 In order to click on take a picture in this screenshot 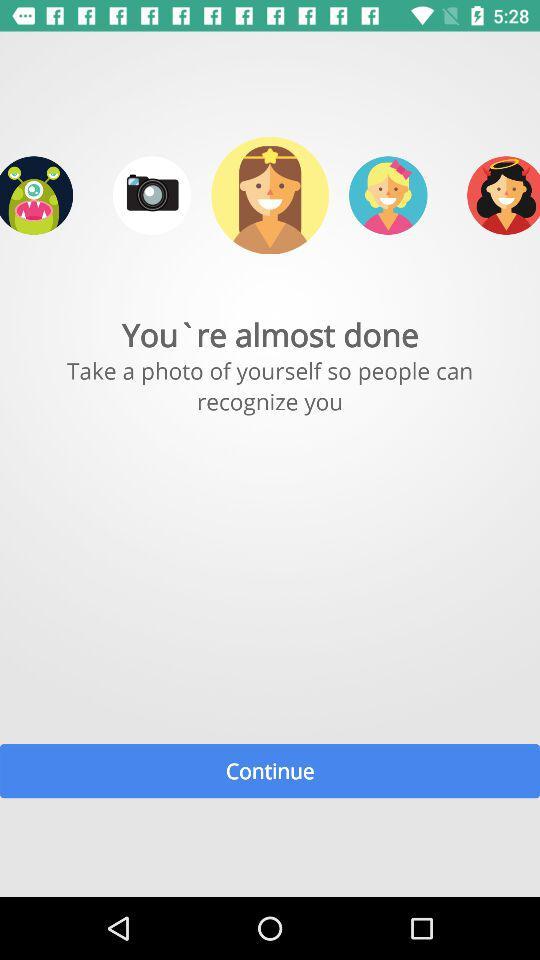, I will do `click(151, 195)`.